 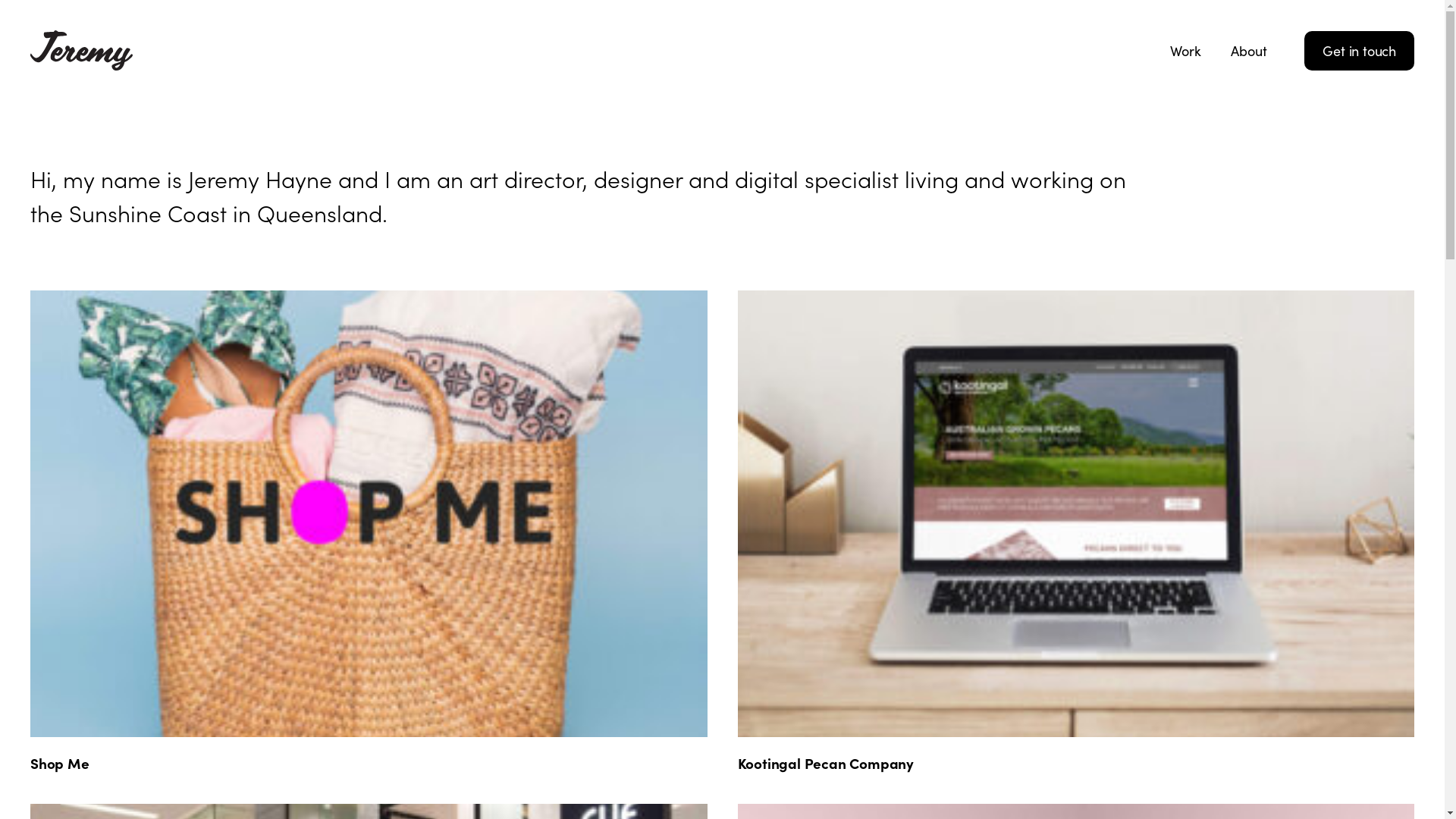 What do you see at coordinates (1185, 49) in the screenshot?
I see `'Work'` at bounding box center [1185, 49].